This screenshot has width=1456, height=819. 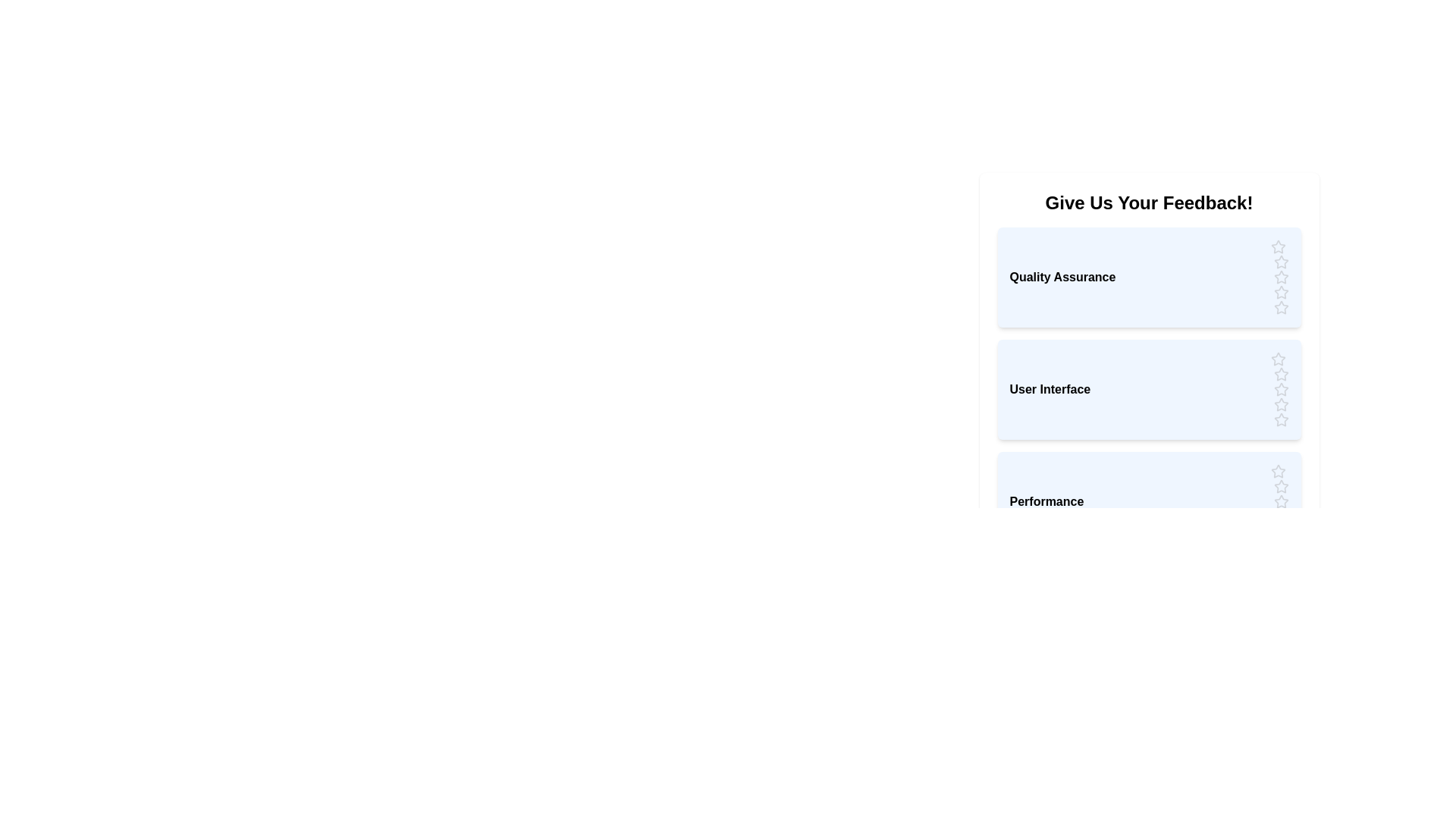 I want to click on the rating for the category 'Performance' to 4 stars, so click(x=1280, y=516).